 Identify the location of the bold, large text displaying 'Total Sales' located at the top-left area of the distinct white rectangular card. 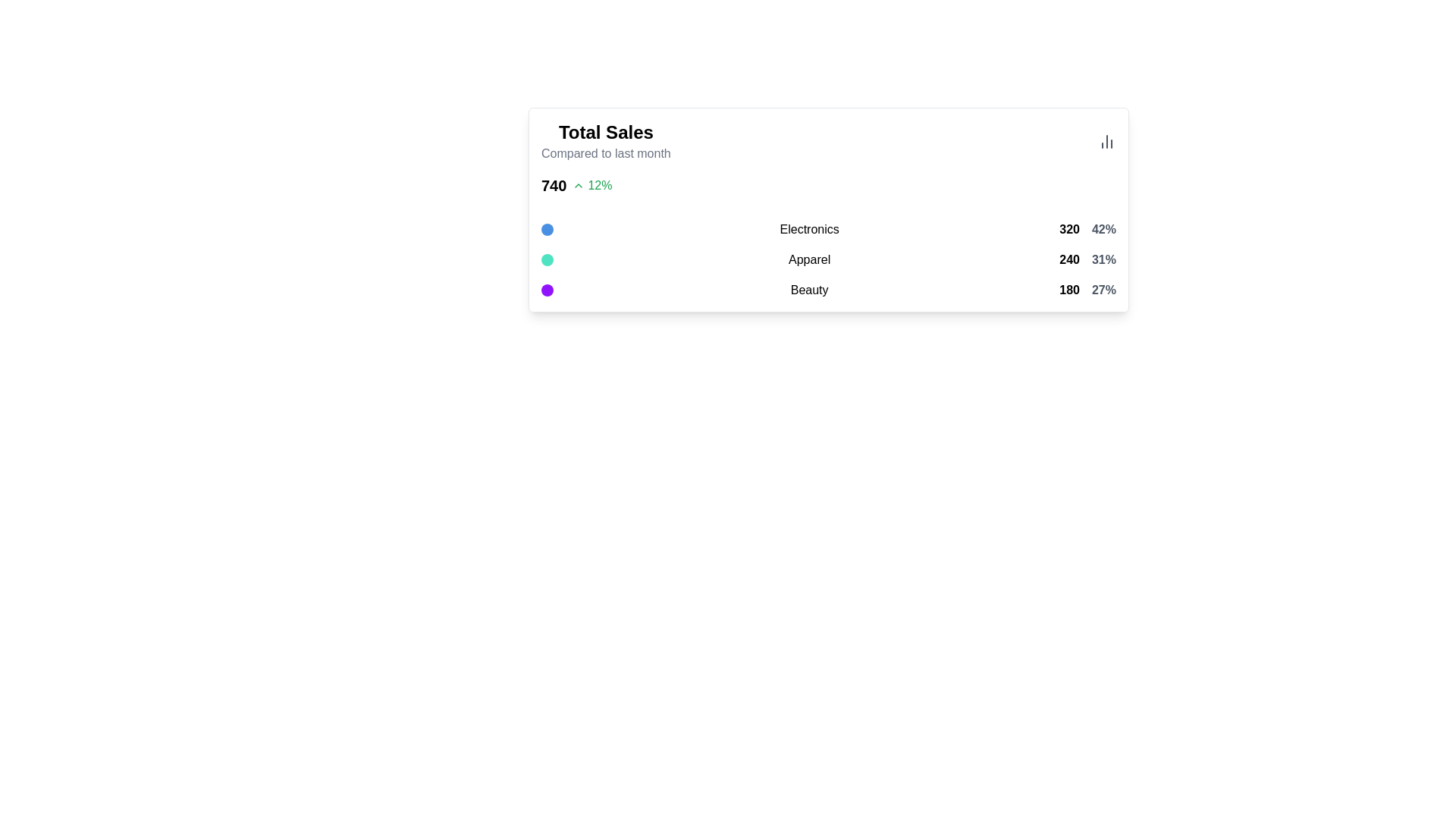
(605, 131).